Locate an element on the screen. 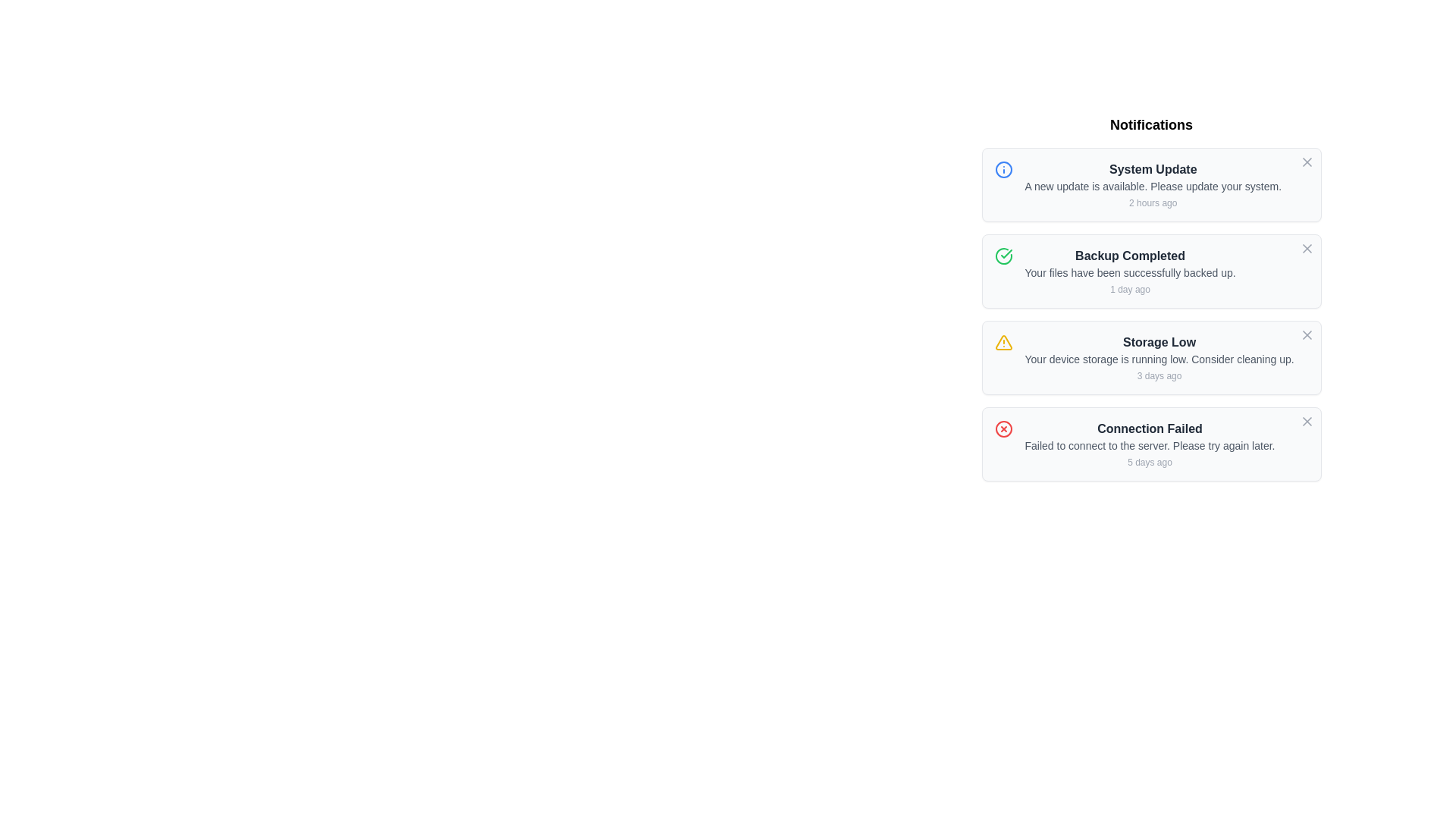 The height and width of the screenshot is (819, 1456). the 'Storage Low' notification card, which contains the message 'Your device storage is running low. Consider cleaning up.' and is the third card in the notification list is located at coordinates (1159, 357).